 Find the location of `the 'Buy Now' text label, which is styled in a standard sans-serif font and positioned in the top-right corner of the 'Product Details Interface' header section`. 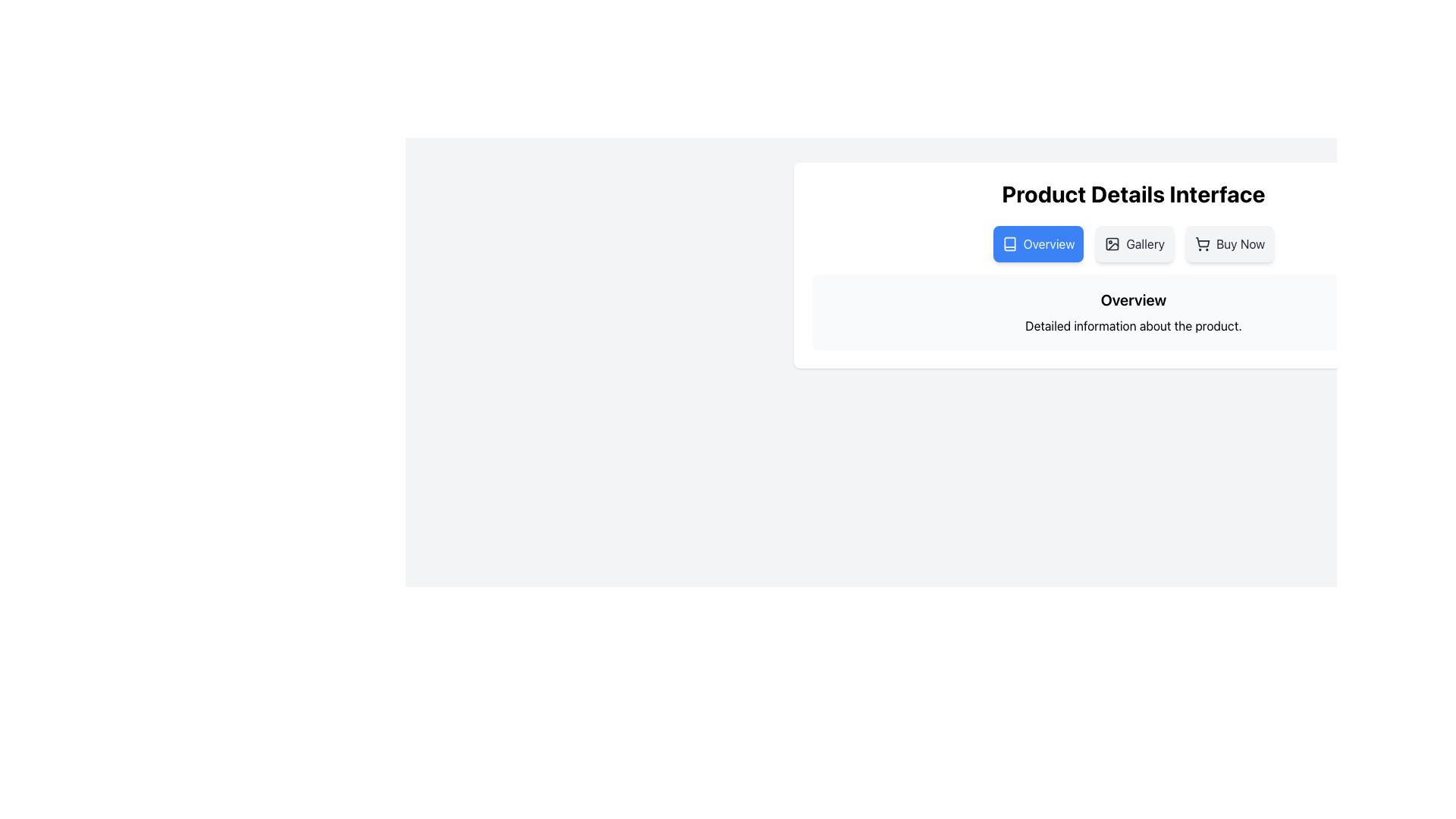

the 'Buy Now' text label, which is styled in a standard sans-serif font and positioned in the top-right corner of the 'Product Details Interface' header section is located at coordinates (1241, 243).